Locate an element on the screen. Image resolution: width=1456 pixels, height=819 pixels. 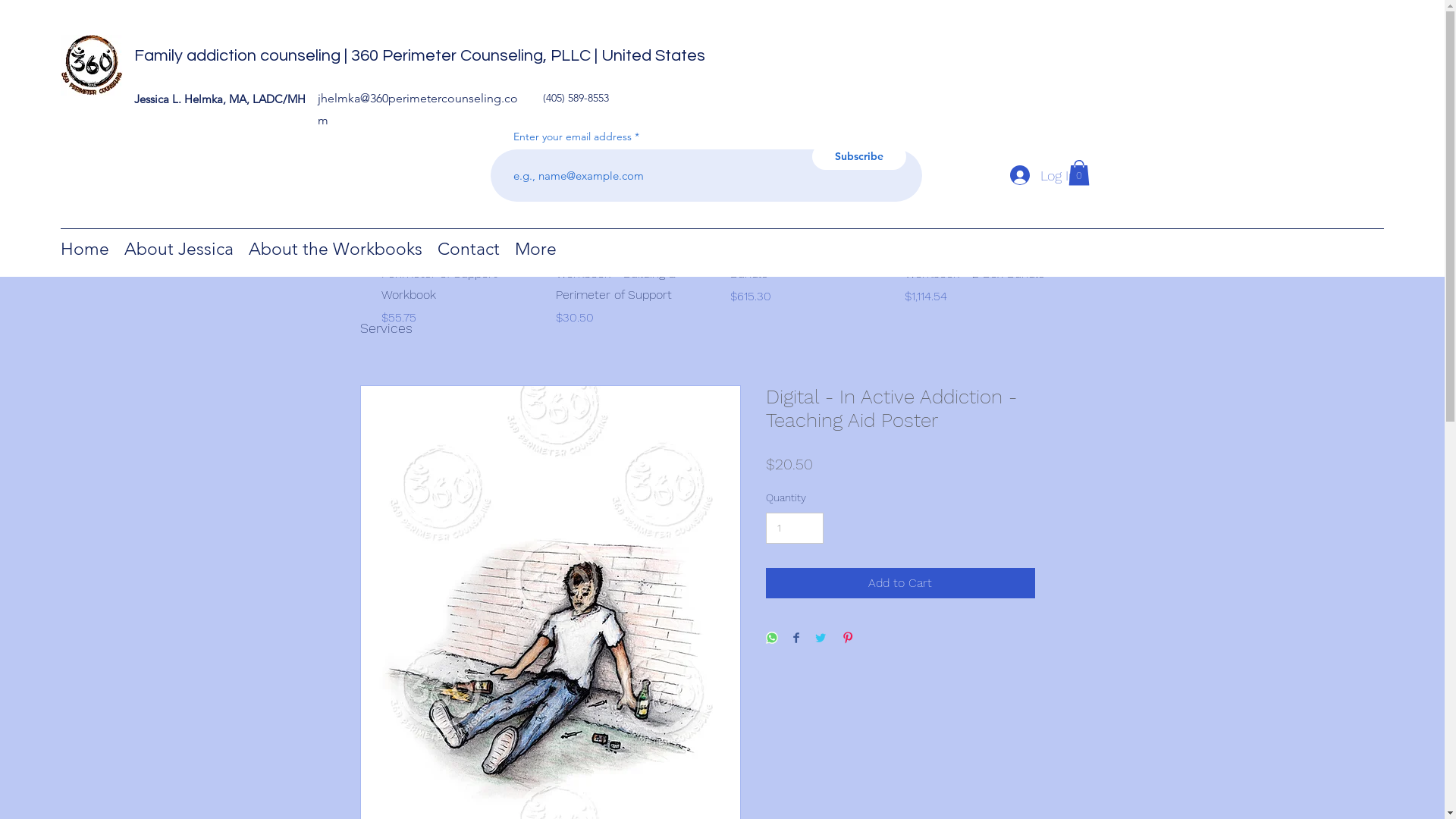
'Contact' is located at coordinates (468, 247).